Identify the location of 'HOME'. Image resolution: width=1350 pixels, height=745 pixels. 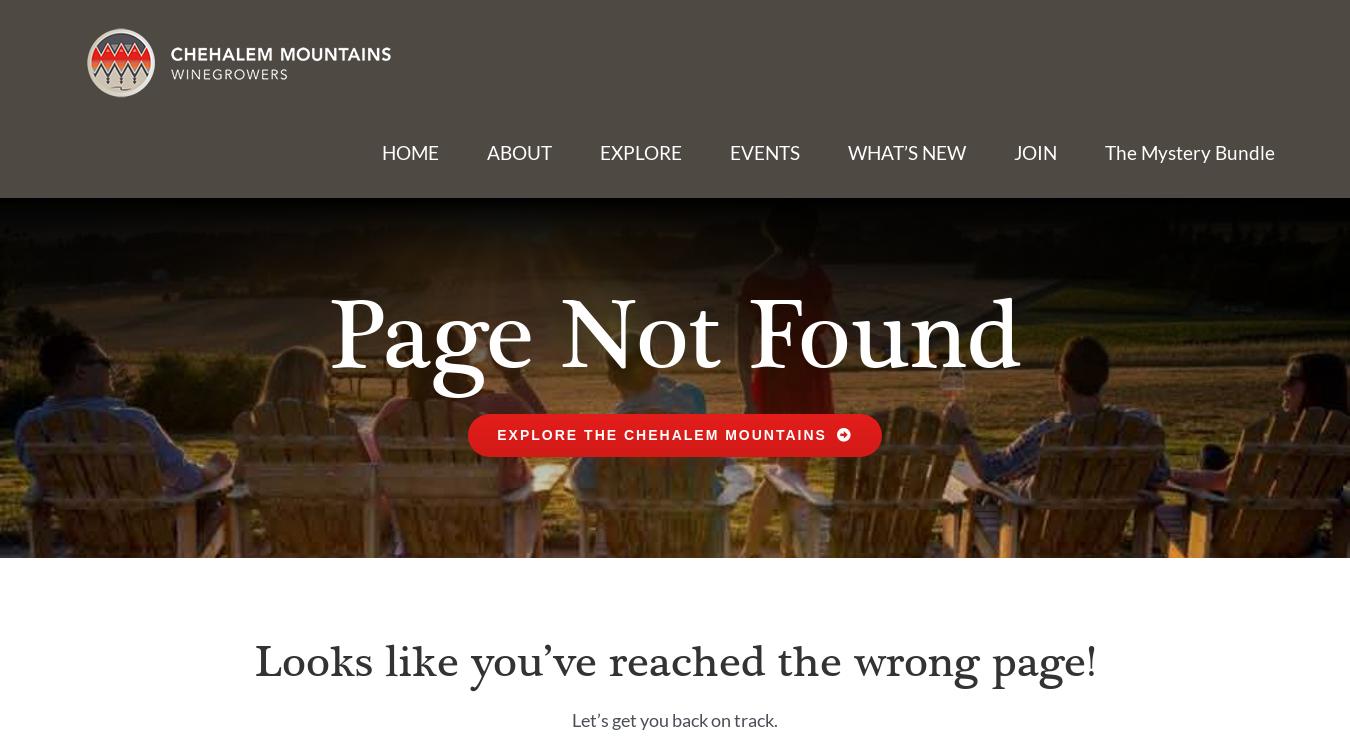
(410, 151).